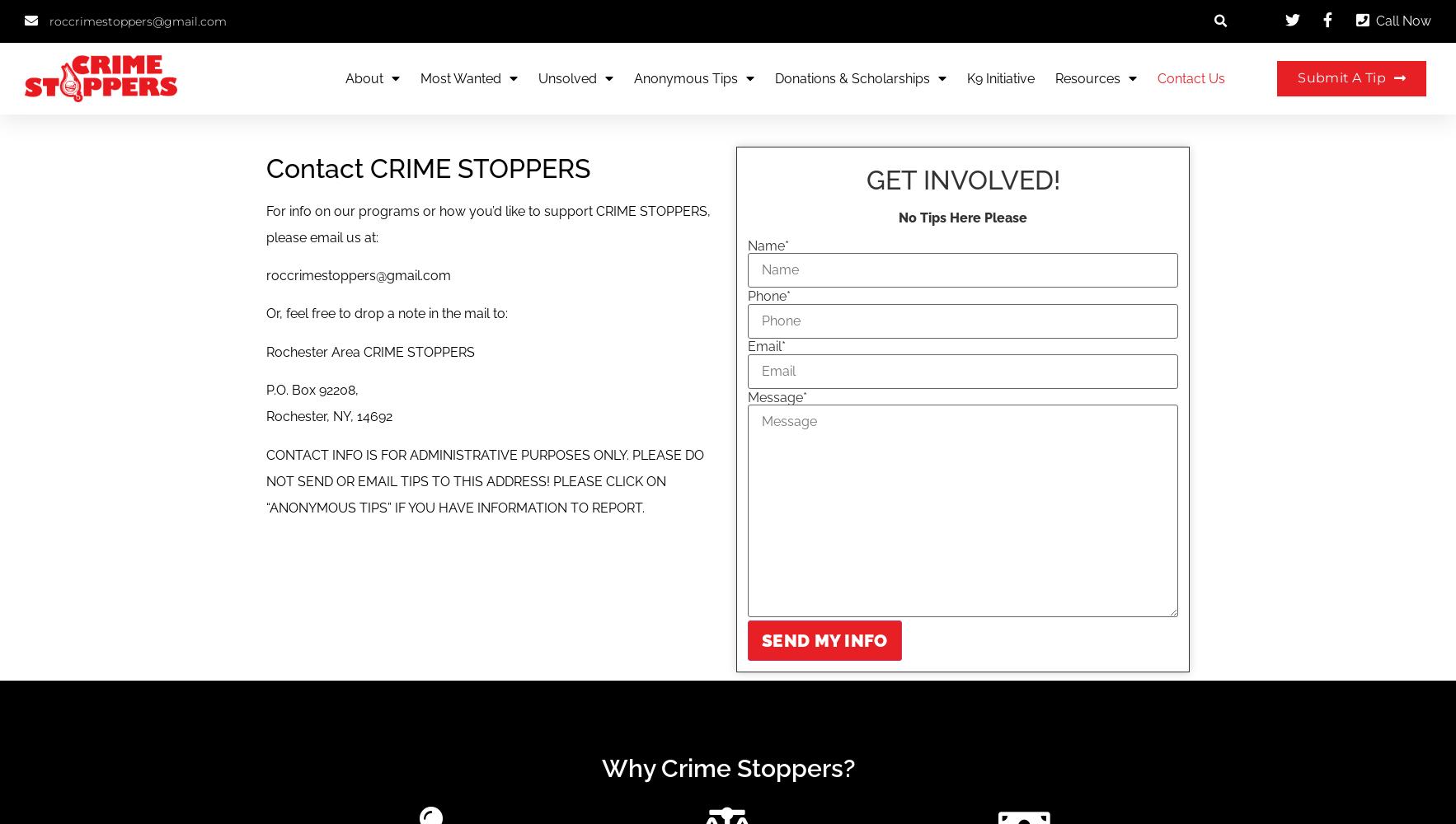 The image size is (1456, 824). Describe the element at coordinates (488, 223) in the screenshot. I see `'For info on our programs or how you’d like to support CRIME STOPPERS, please email us at:'` at that location.